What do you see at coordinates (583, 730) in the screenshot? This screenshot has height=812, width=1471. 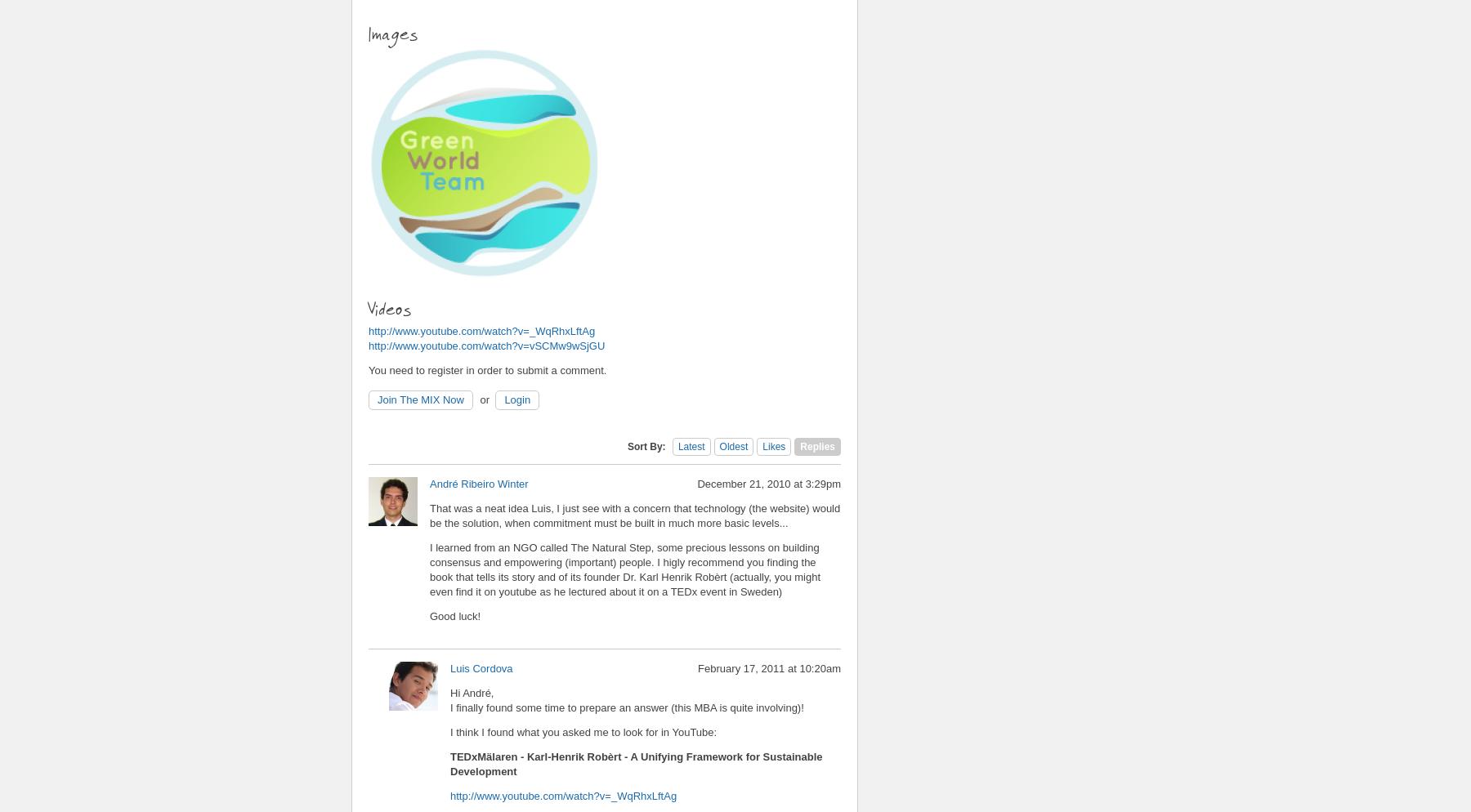 I see `'I think I found what you asked me to look for in YouTube:'` at bounding box center [583, 730].